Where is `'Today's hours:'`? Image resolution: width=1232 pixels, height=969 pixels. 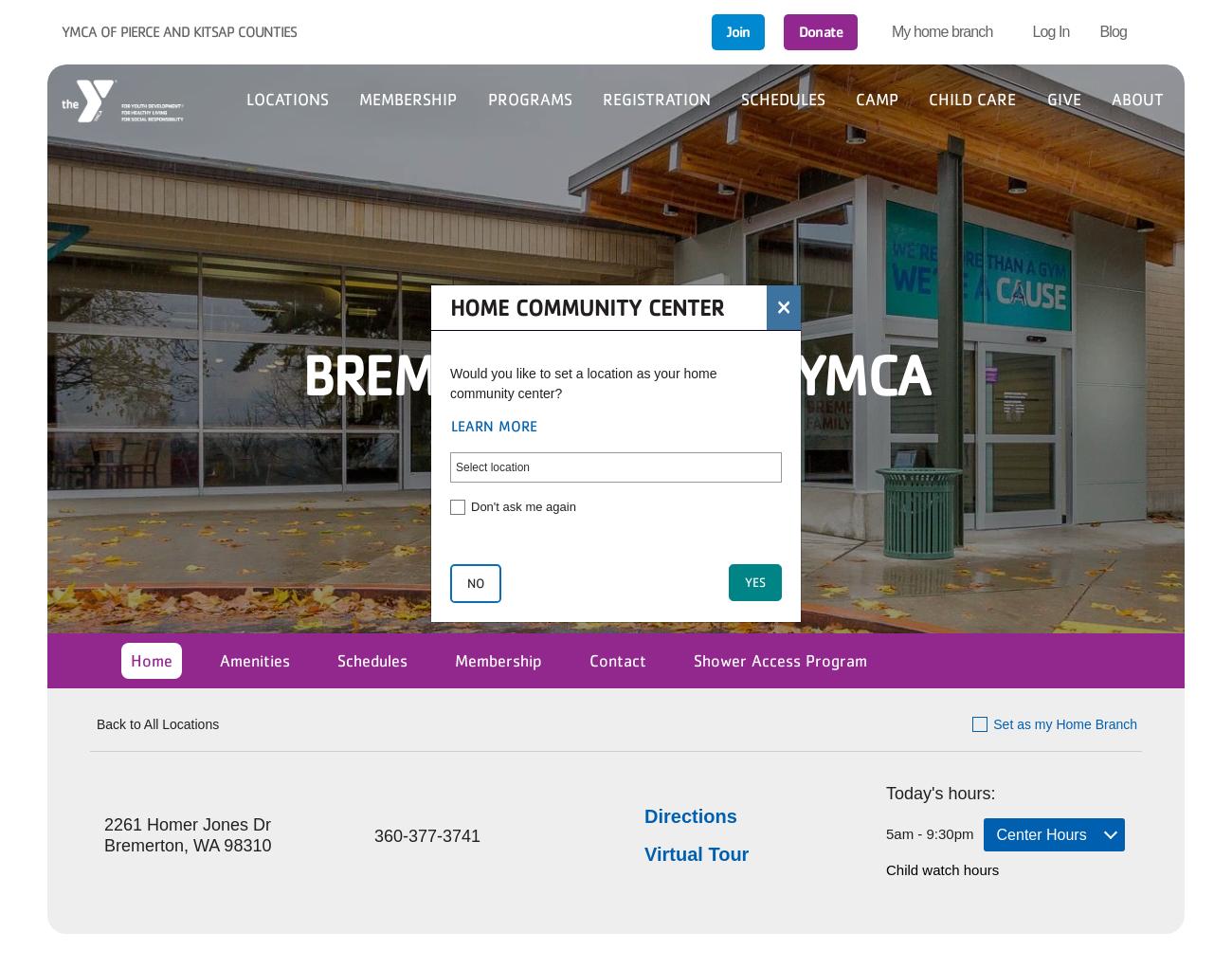 'Today's hours:' is located at coordinates (939, 791).